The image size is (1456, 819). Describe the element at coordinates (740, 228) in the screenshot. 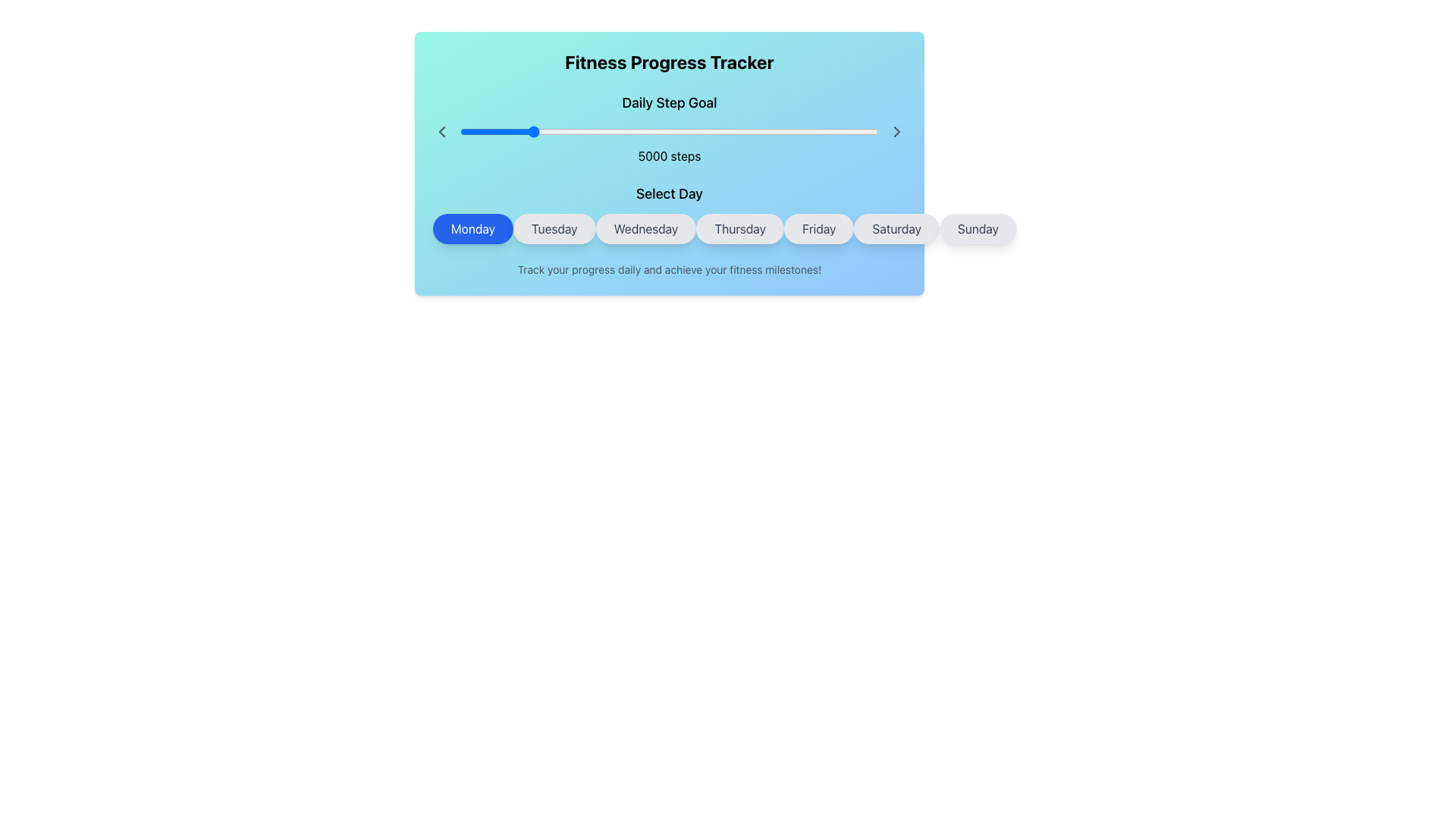

I see `the pill-shaped button labeled 'Thursday' with a gray background and dark gray text` at that location.